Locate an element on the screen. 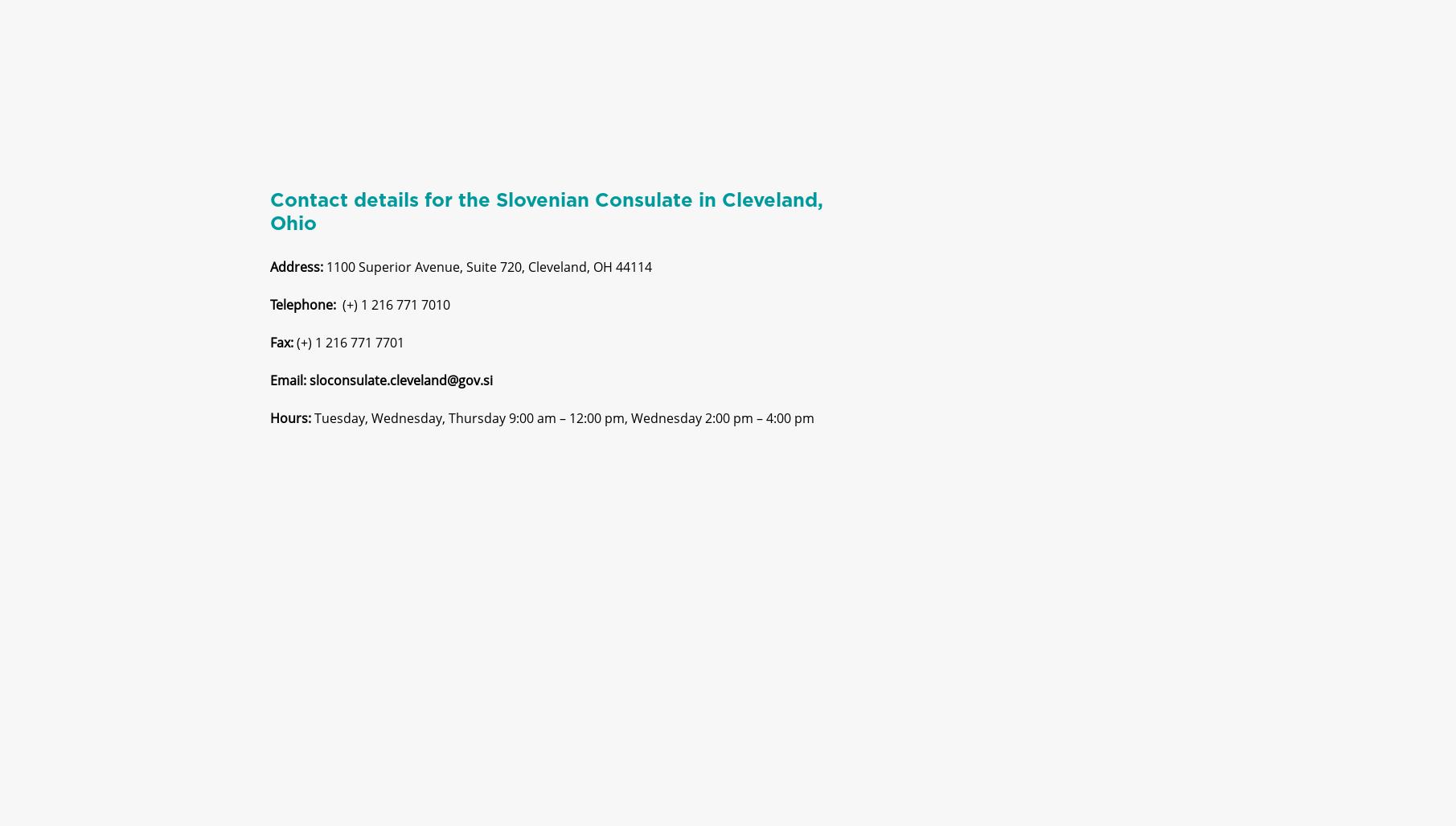 The height and width of the screenshot is (826, 1456). 'Address:' is located at coordinates (296, 280).